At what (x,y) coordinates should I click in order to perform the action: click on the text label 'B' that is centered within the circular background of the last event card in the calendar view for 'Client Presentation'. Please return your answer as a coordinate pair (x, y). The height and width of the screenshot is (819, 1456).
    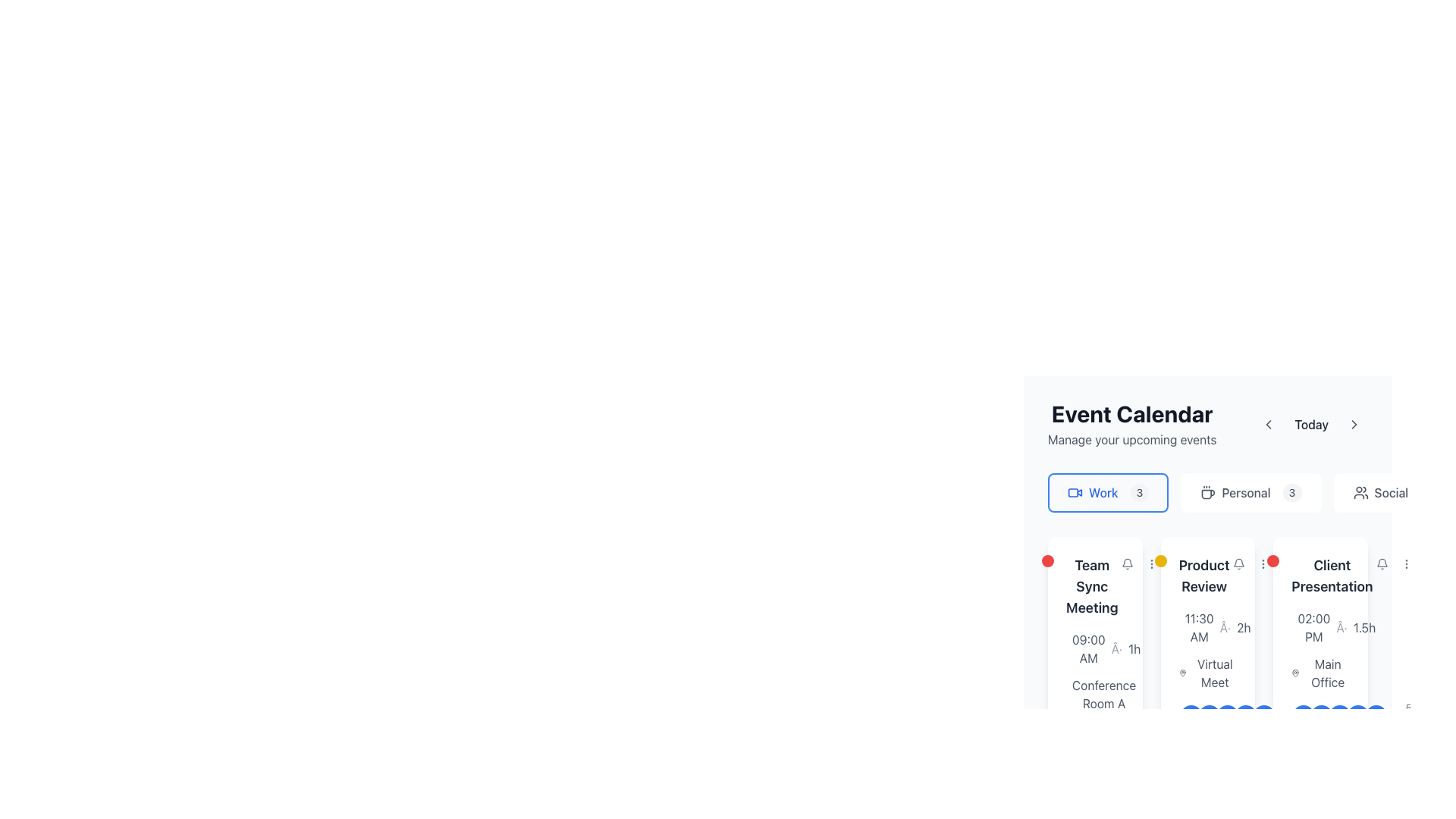
    Looking at the image, I should click on (1321, 716).